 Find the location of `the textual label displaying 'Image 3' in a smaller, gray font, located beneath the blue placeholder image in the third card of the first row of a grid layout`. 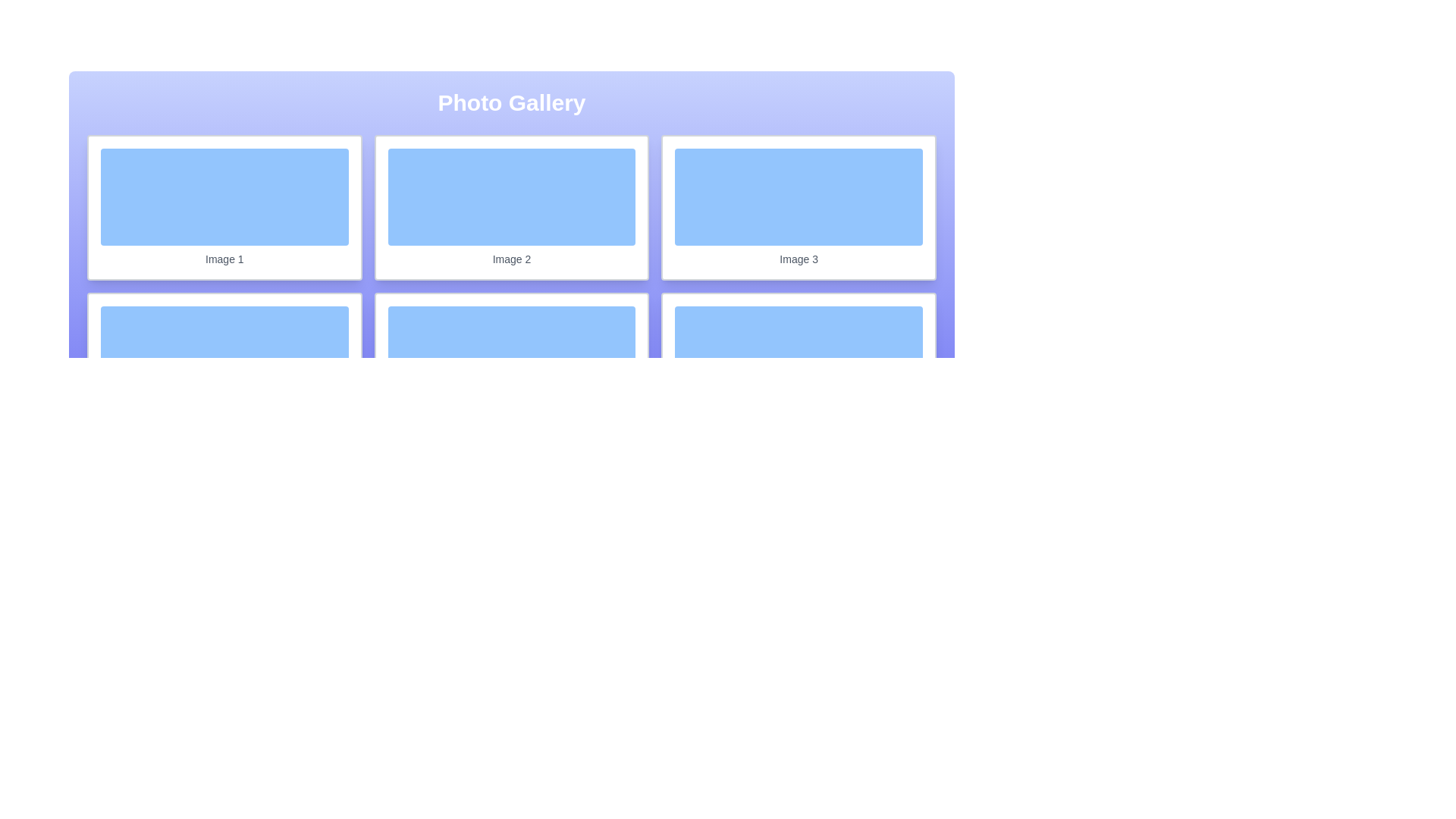

the textual label displaying 'Image 3' in a smaller, gray font, located beneath the blue placeholder image in the third card of the first row of a grid layout is located at coordinates (798, 259).